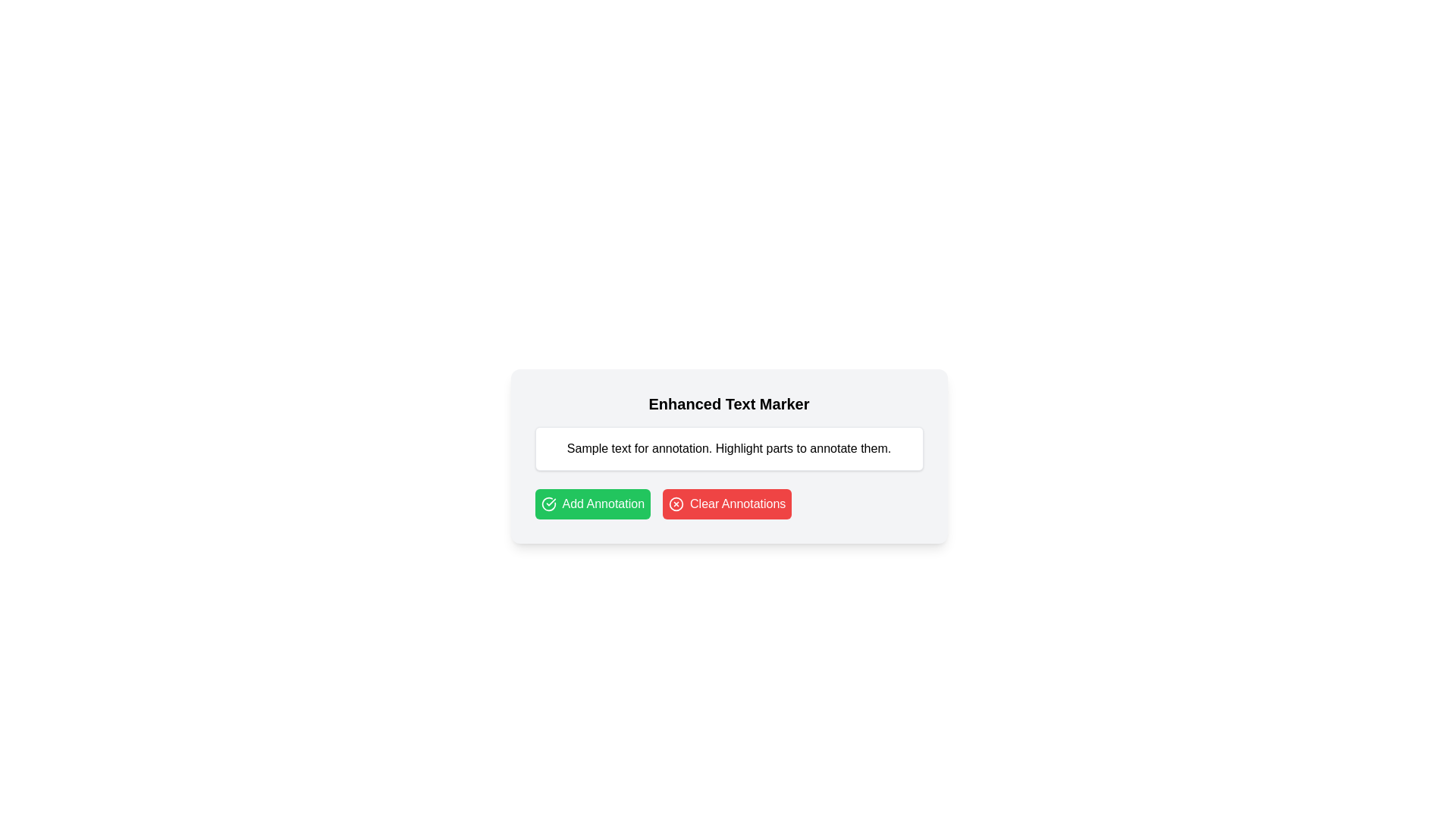  Describe the element at coordinates (685, 447) in the screenshot. I see `the second 'a' in the word 'annotation' within the text block that reads 'Sample text for annotation. Highlight parts to annotate them.'` at that location.